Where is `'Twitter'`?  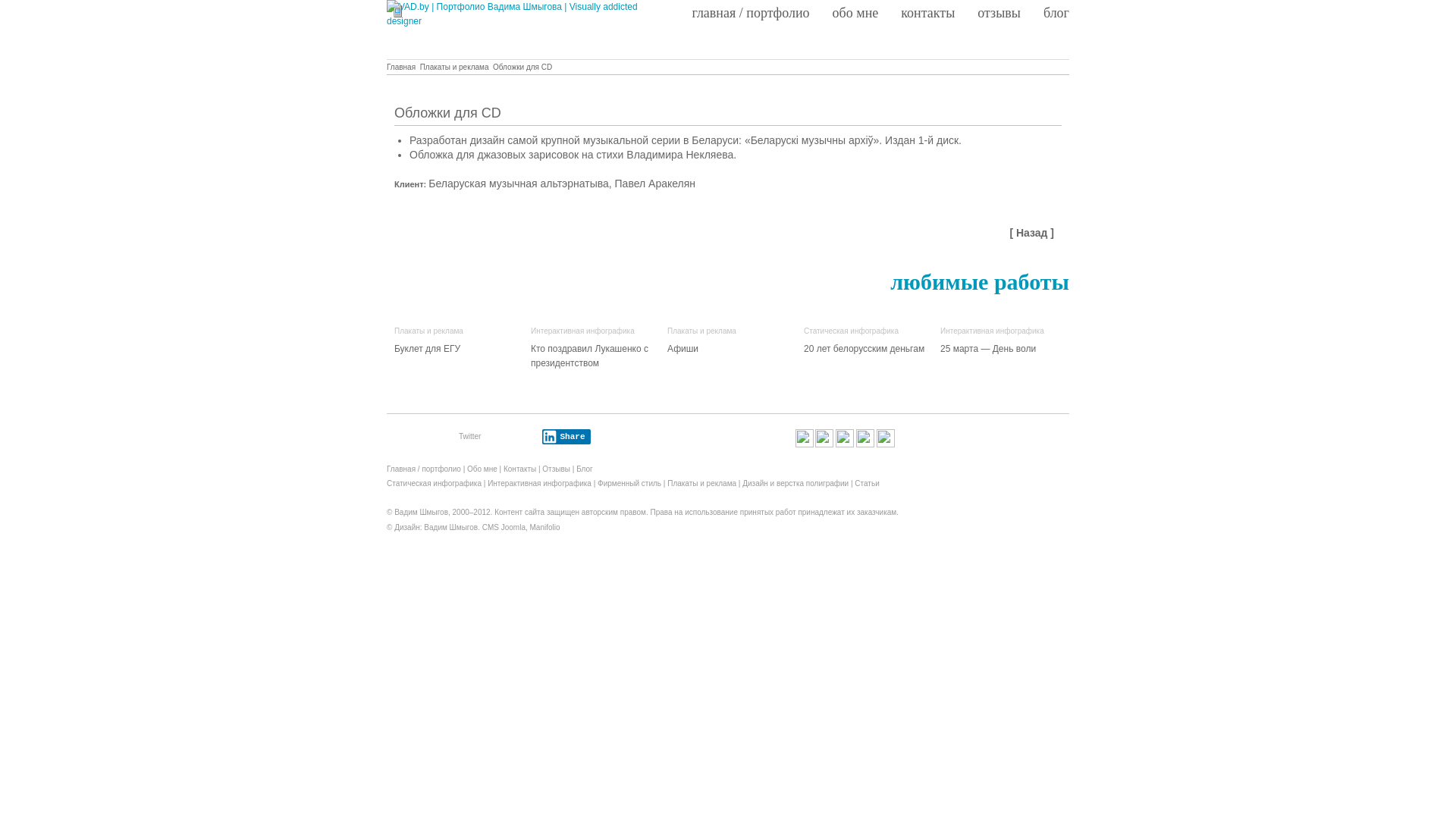 'Twitter' is located at coordinates (469, 436).